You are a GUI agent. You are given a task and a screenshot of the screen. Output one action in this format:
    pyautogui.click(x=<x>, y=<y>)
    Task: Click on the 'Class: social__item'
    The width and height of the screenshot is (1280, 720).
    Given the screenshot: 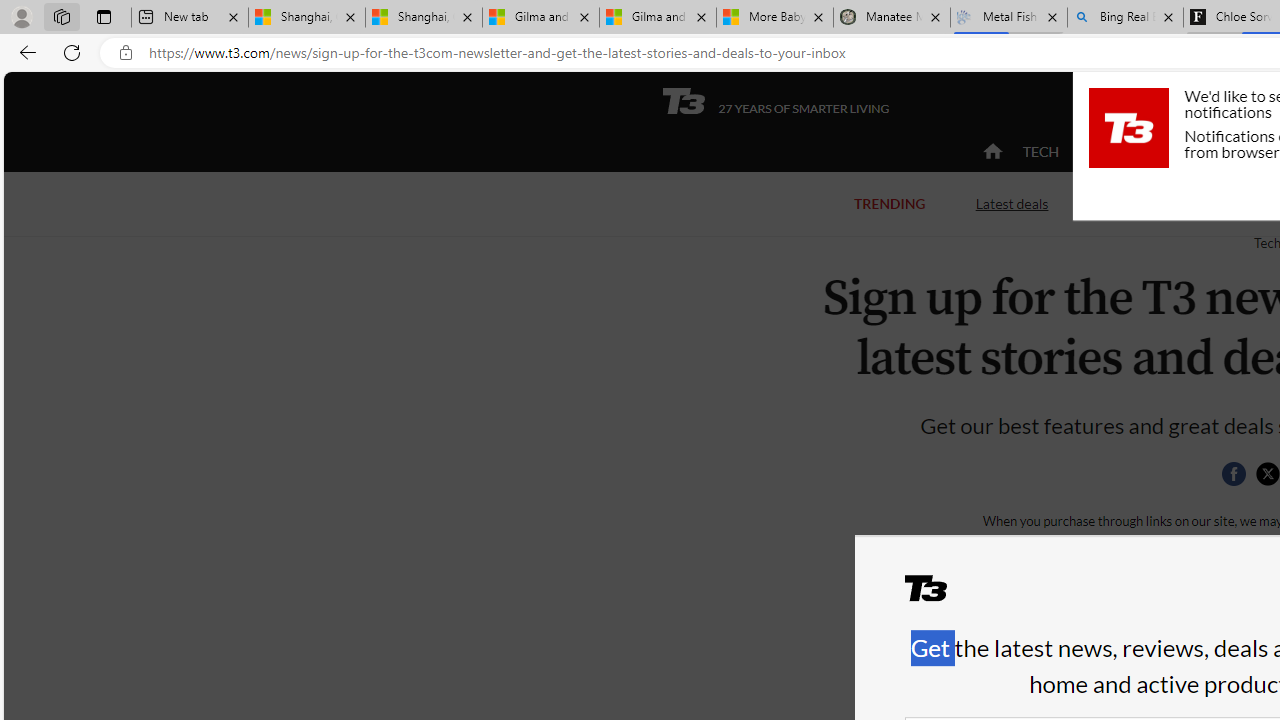 What is the action you would take?
    pyautogui.click(x=1237, y=477)
    